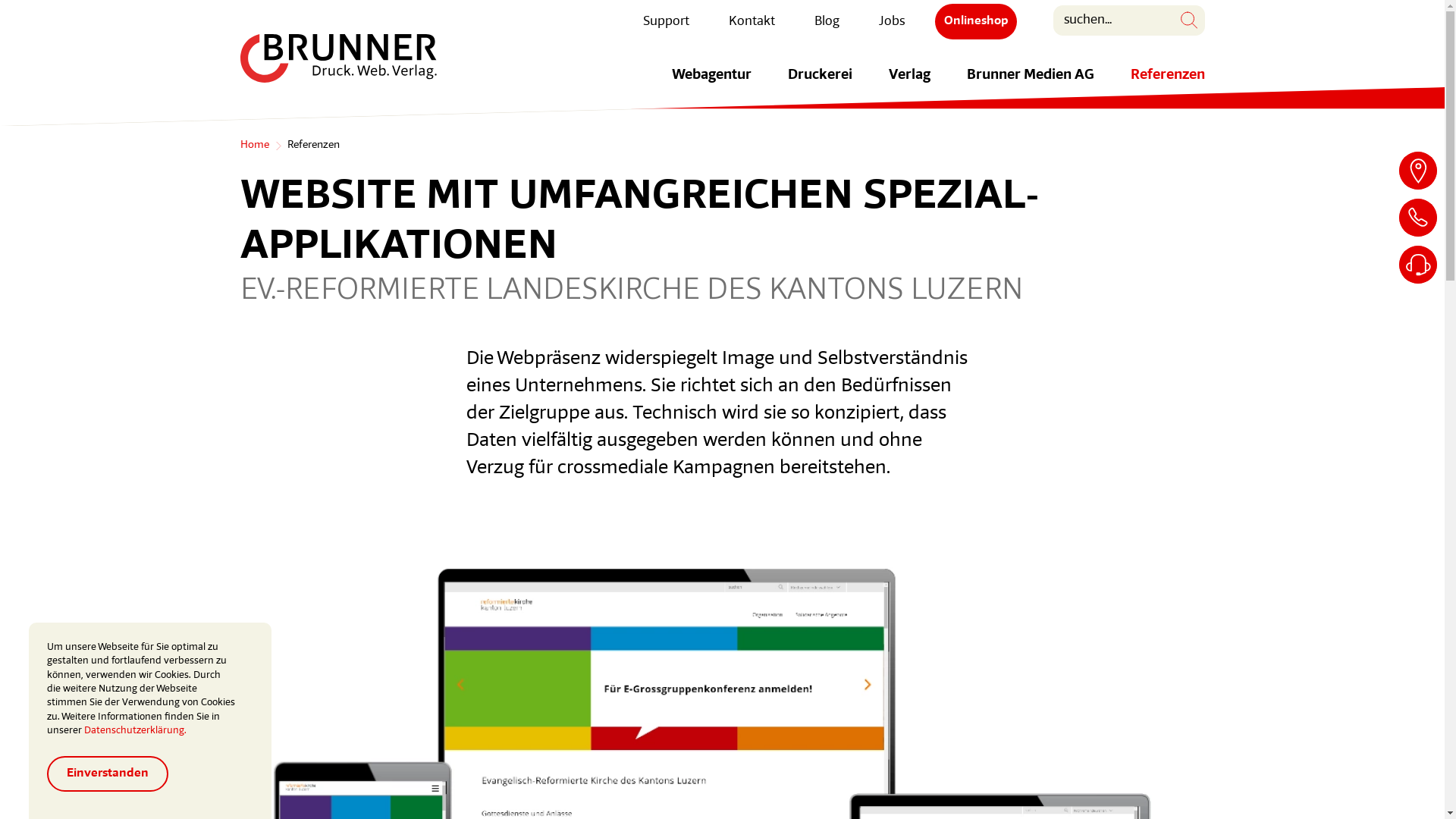  I want to click on 'TEL. 041 318 34 34', so click(1417, 217).